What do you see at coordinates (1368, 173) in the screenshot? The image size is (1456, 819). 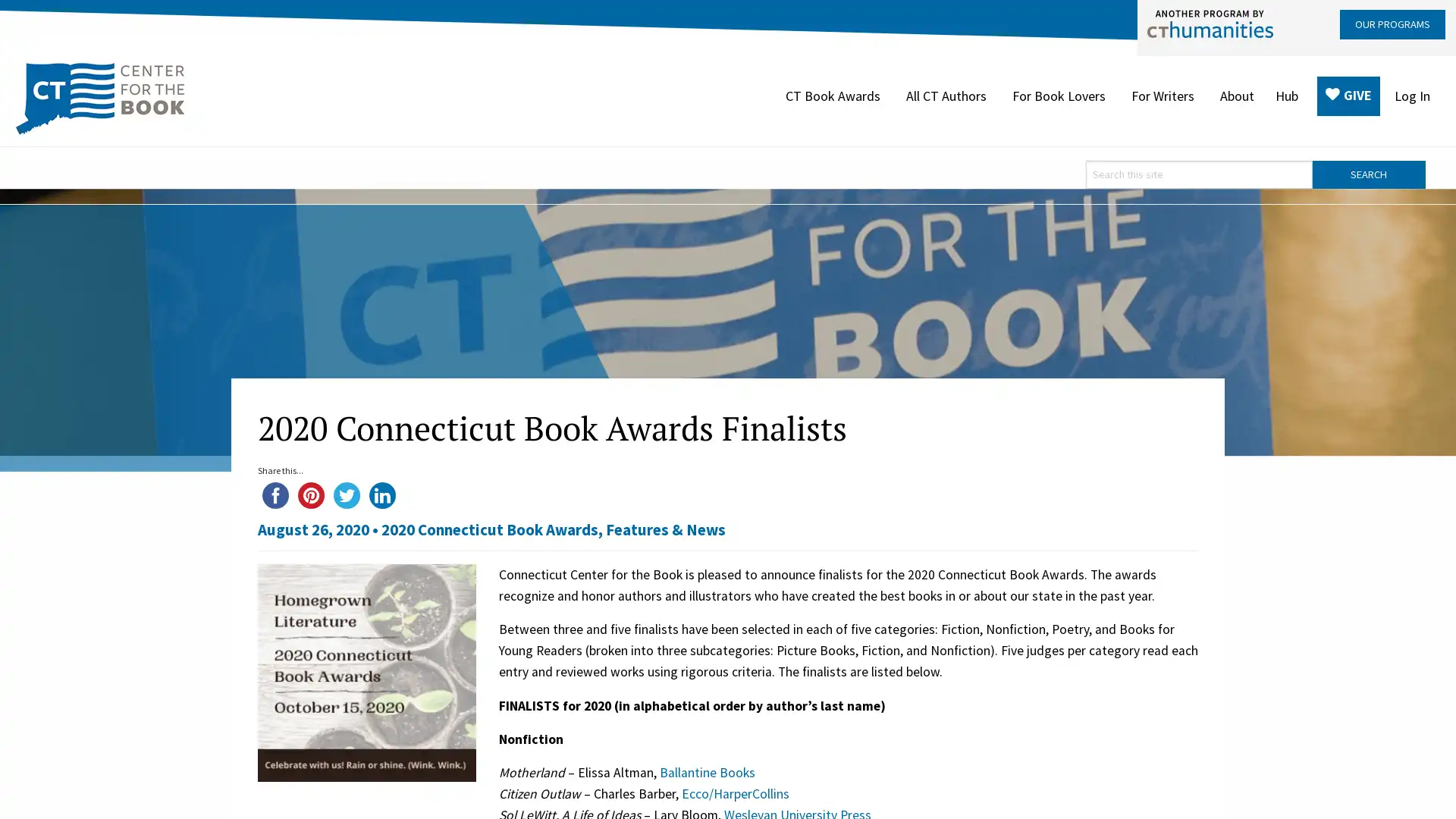 I see `Search` at bounding box center [1368, 173].